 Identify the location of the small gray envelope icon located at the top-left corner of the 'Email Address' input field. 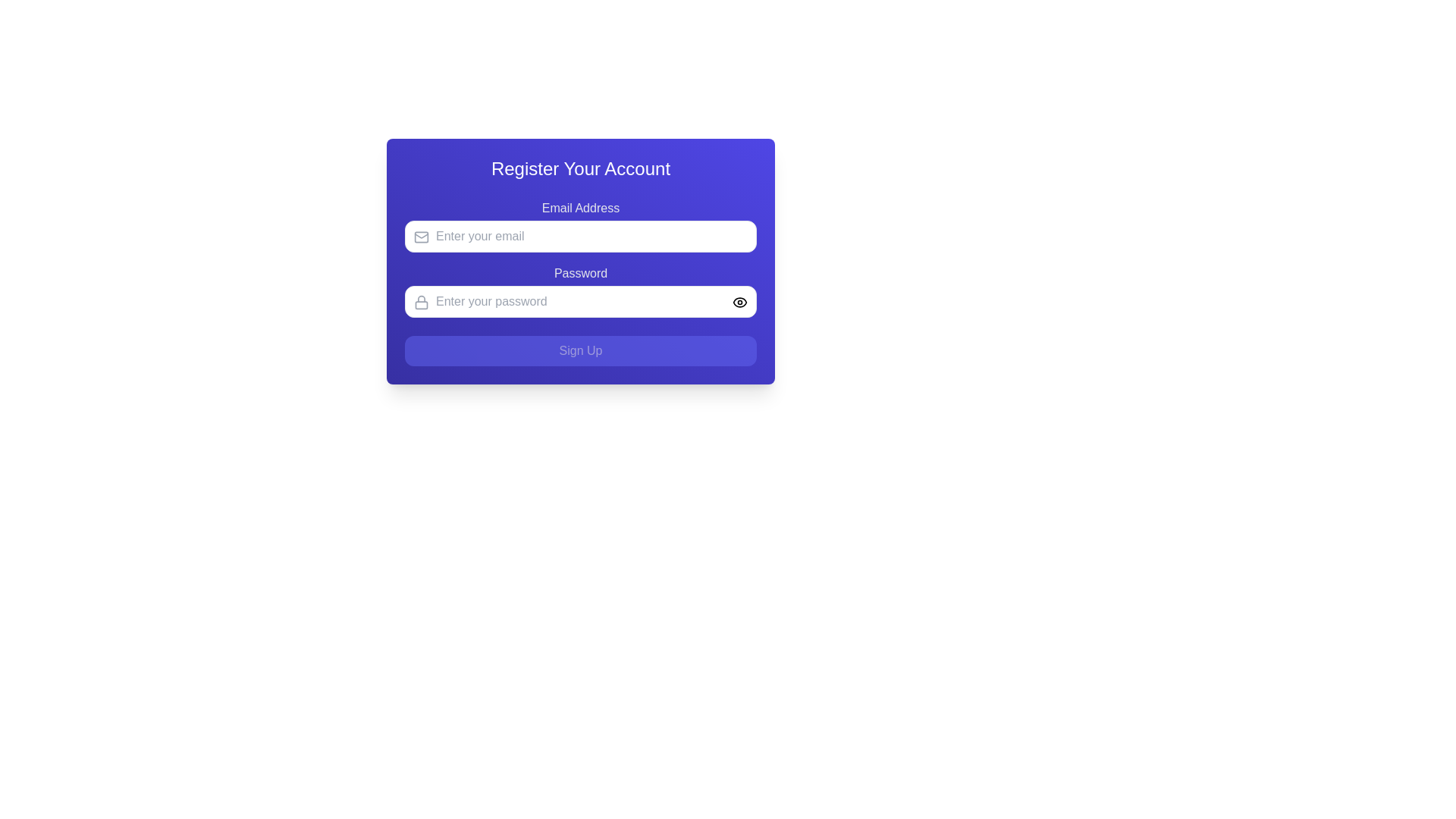
(422, 237).